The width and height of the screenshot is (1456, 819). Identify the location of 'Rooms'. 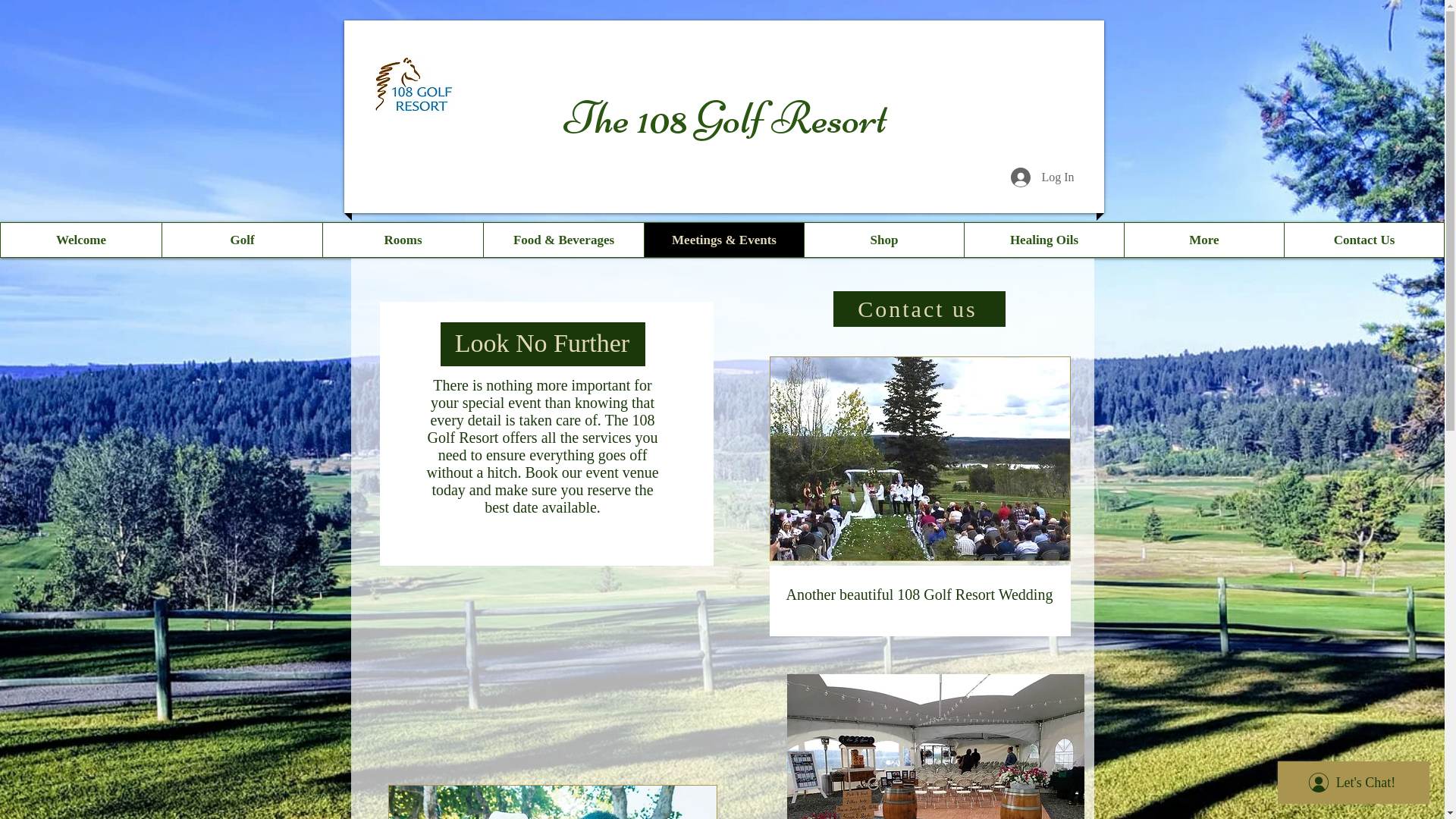
(322, 239).